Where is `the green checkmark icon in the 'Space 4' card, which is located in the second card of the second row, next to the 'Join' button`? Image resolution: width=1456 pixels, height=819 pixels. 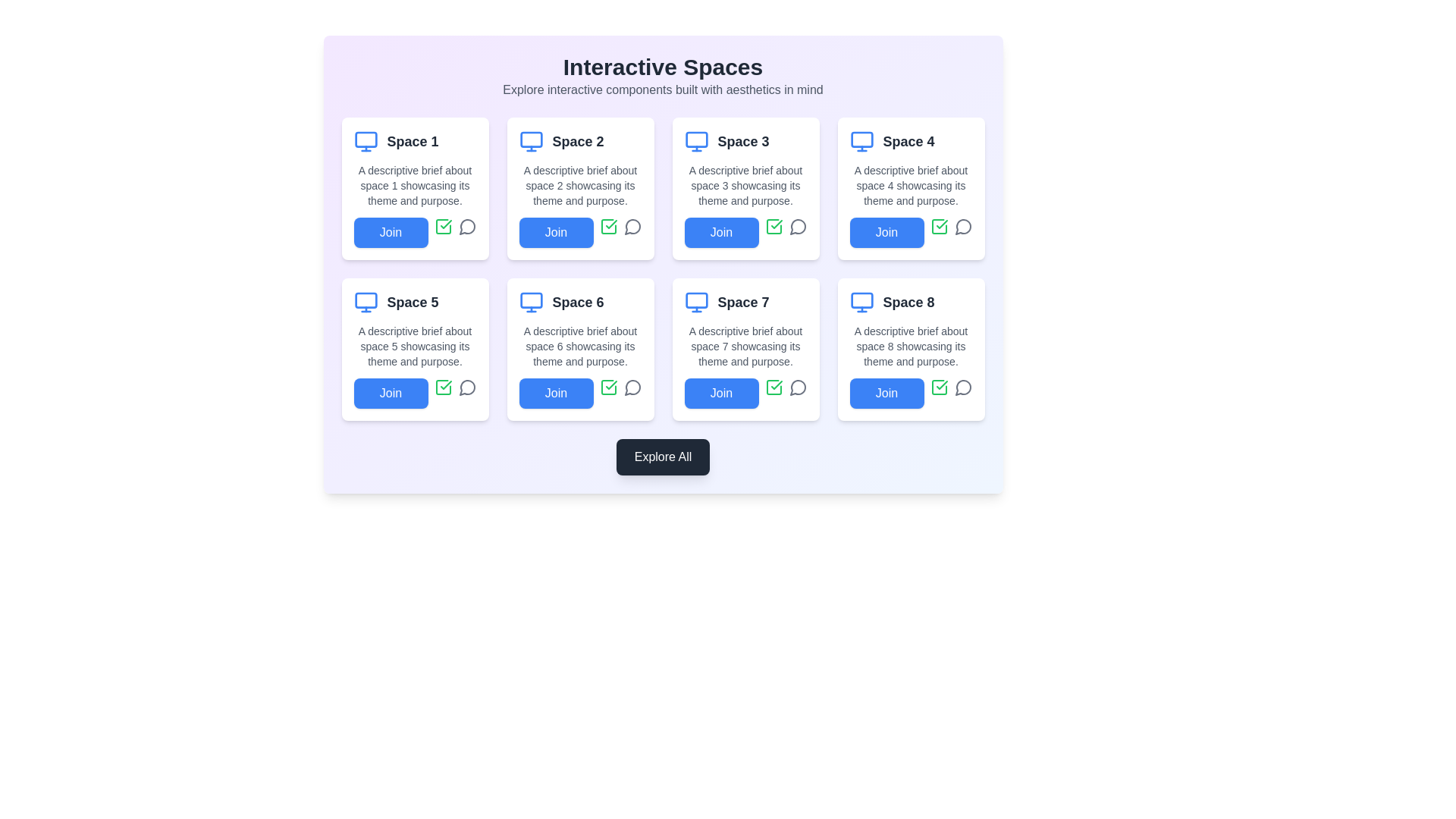 the green checkmark icon in the 'Space 4' card, which is located in the second card of the second row, next to the 'Join' button is located at coordinates (941, 224).